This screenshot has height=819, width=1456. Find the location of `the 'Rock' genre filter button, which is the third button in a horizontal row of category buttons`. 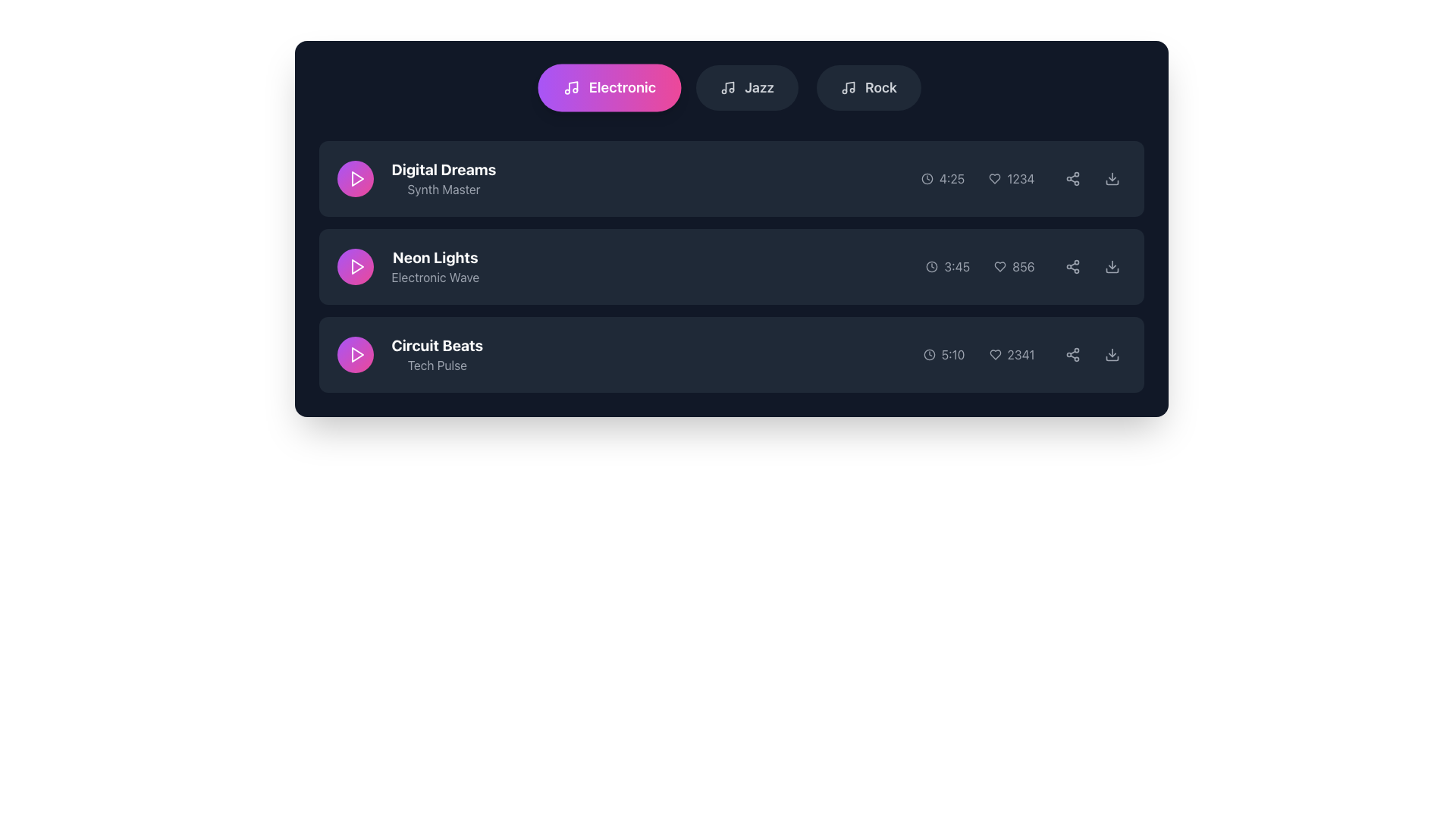

the 'Rock' genre filter button, which is the third button in a horizontal row of category buttons is located at coordinates (869, 87).